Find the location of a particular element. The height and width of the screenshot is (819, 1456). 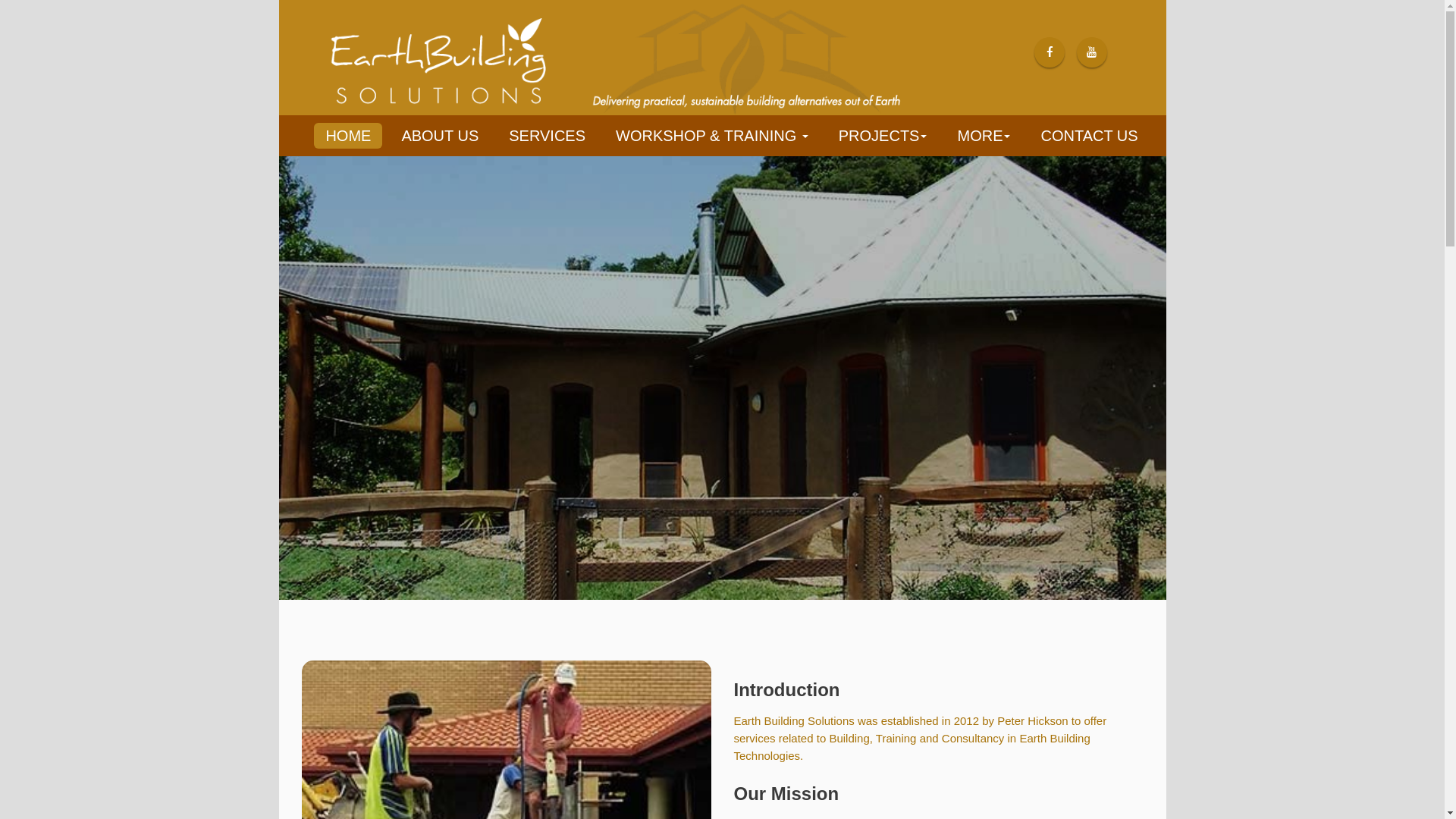

'ABOUT US' is located at coordinates (439, 134).